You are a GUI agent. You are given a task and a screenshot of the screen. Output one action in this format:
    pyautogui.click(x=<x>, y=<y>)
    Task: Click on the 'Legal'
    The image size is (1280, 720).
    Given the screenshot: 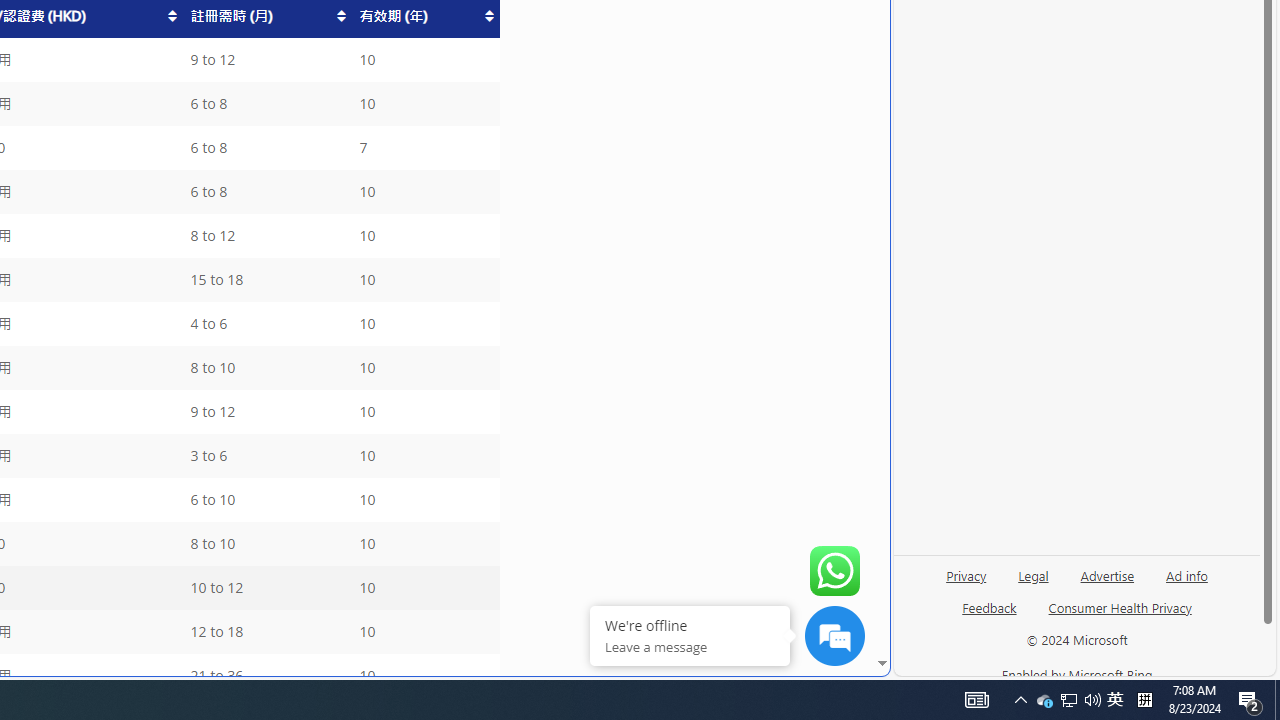 What is the action you would take?
    pyautogui.click(x=1033, y=583)
    